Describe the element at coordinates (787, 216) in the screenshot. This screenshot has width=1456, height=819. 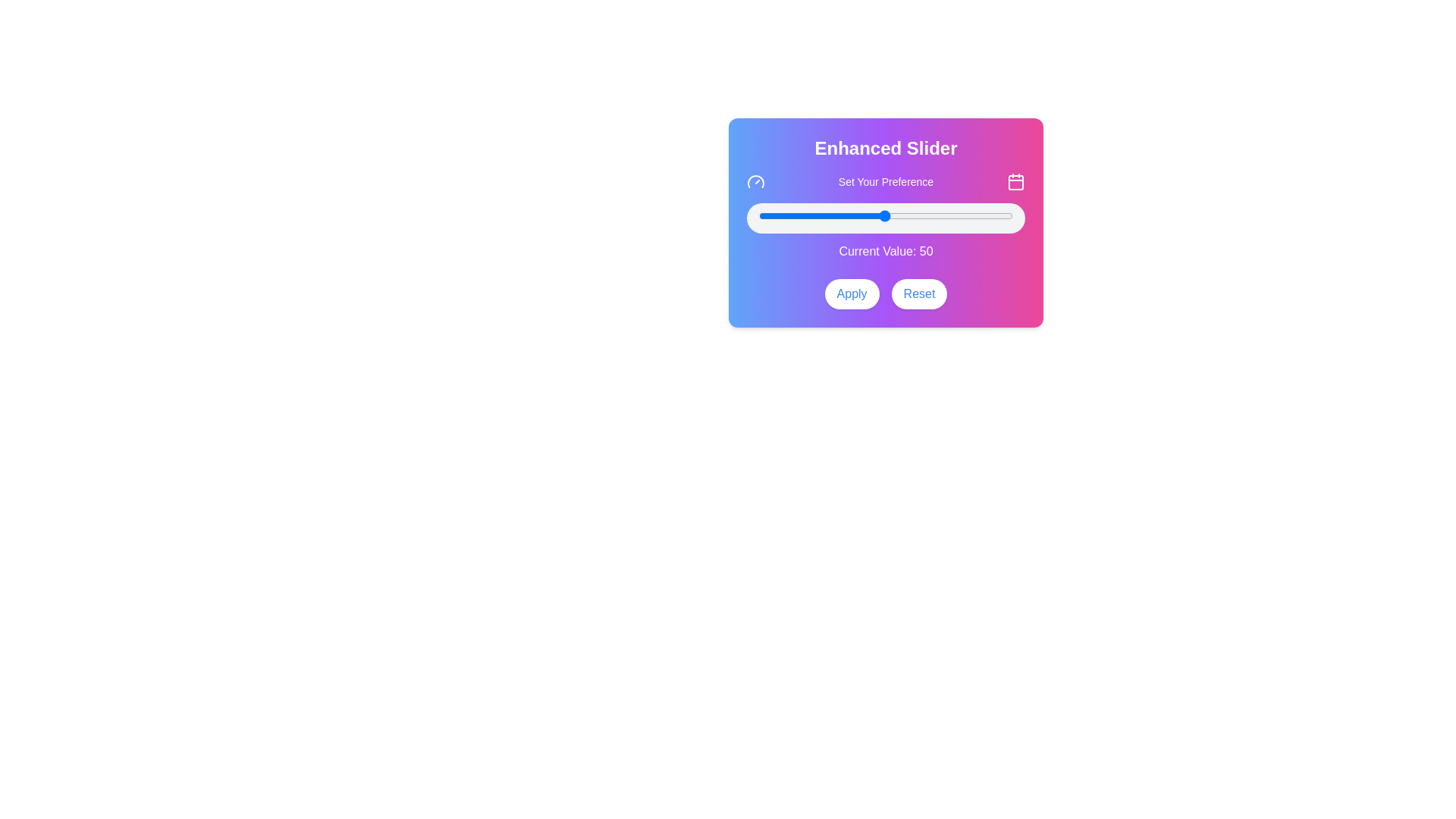
I see `the slider value` at that location.